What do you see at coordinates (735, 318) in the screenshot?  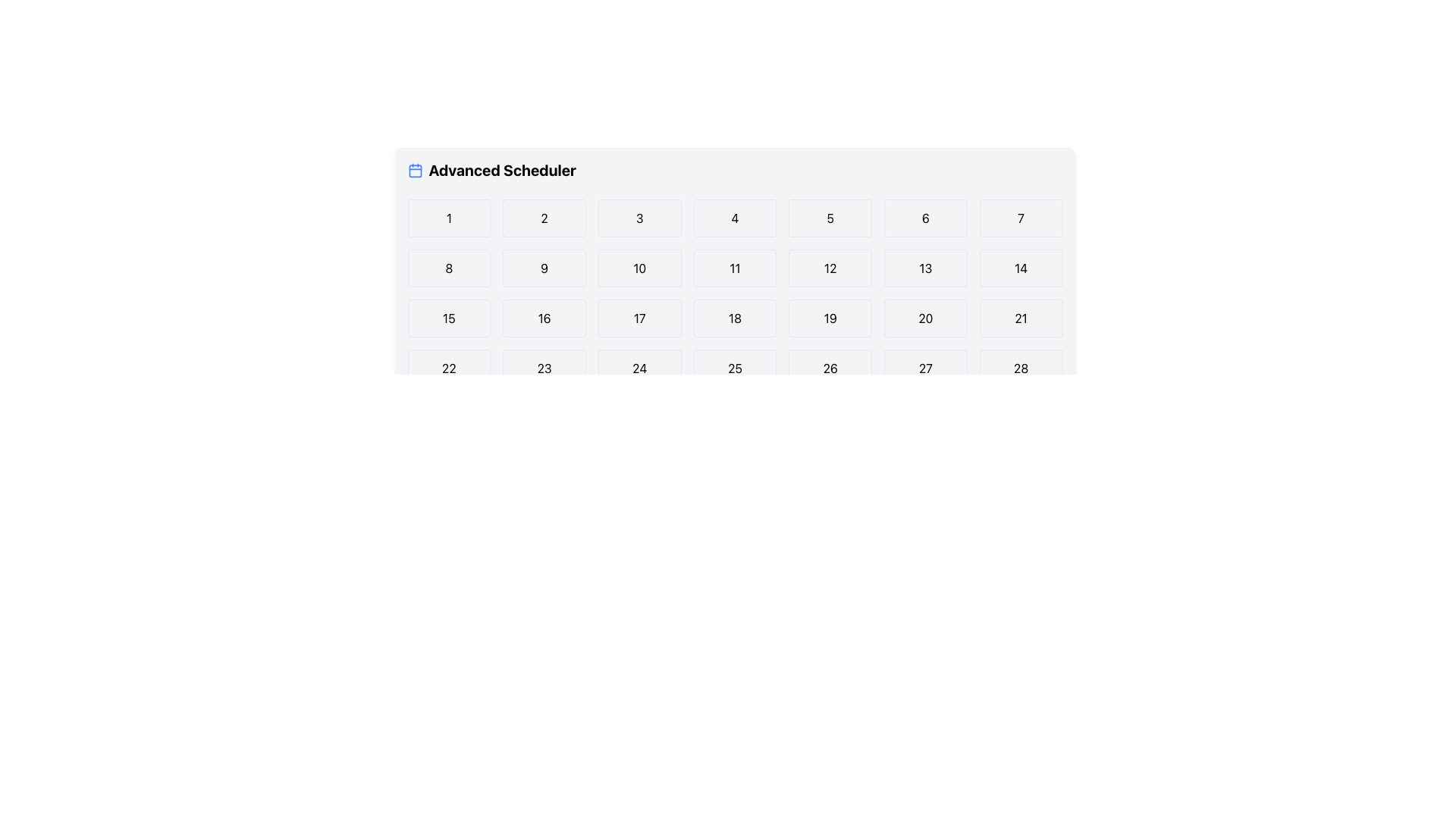 I see `the button with a grey rounded border containing the text '18'` at bounding box center [735, 318].